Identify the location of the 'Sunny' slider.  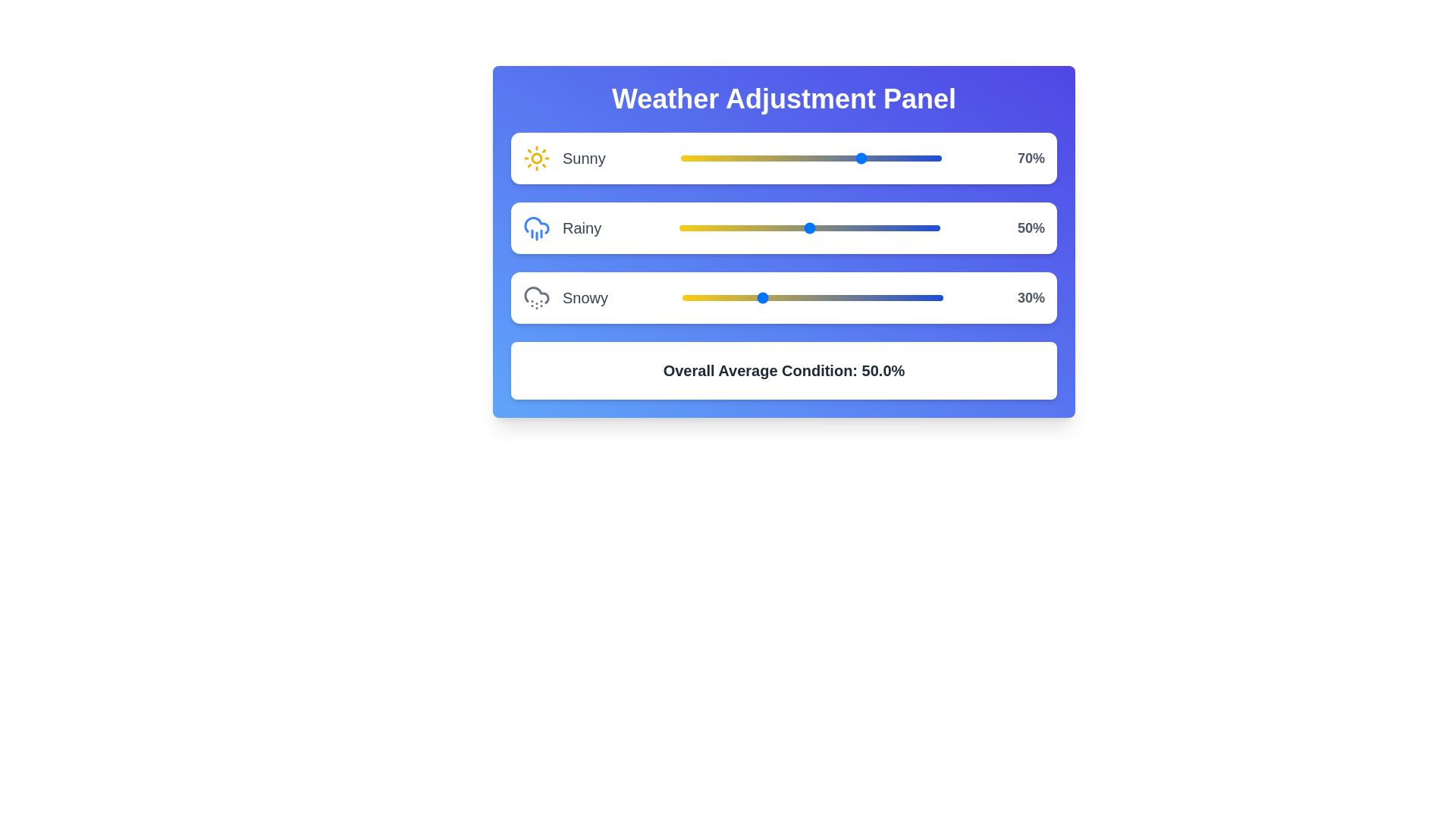
(788, 155).